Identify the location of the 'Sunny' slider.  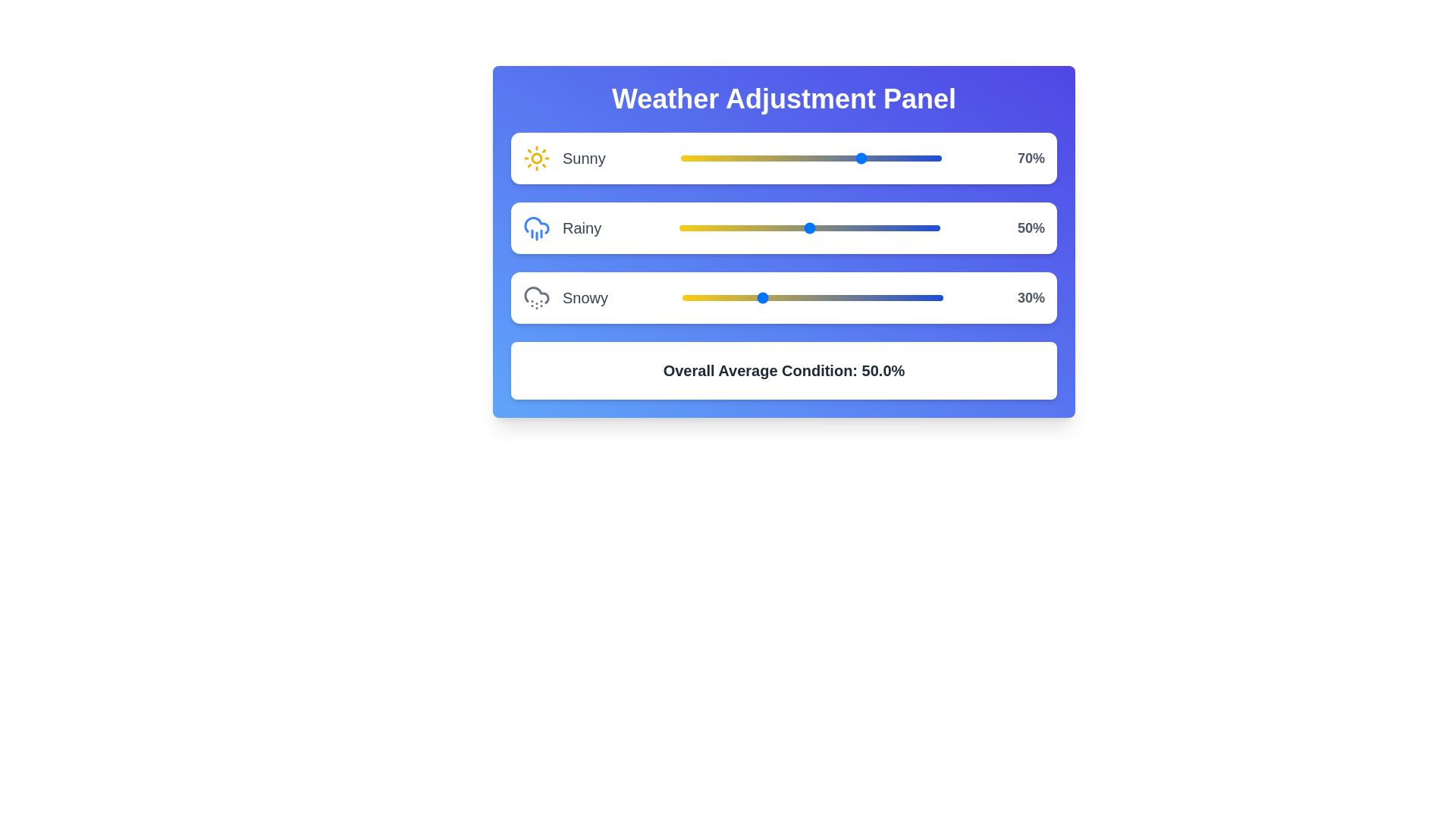
(788, 155).